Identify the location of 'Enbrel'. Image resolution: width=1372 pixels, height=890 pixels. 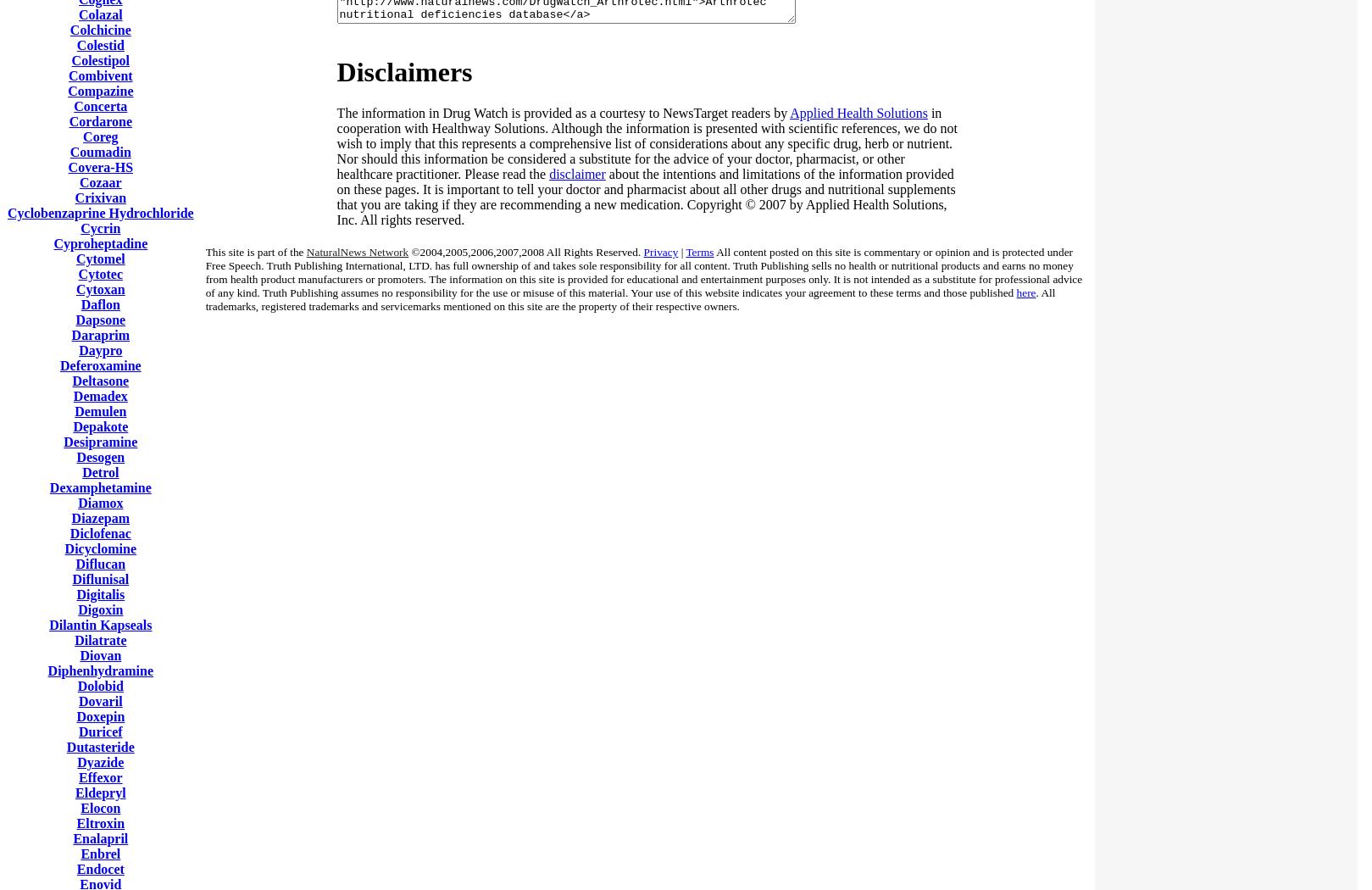
(81, 854).